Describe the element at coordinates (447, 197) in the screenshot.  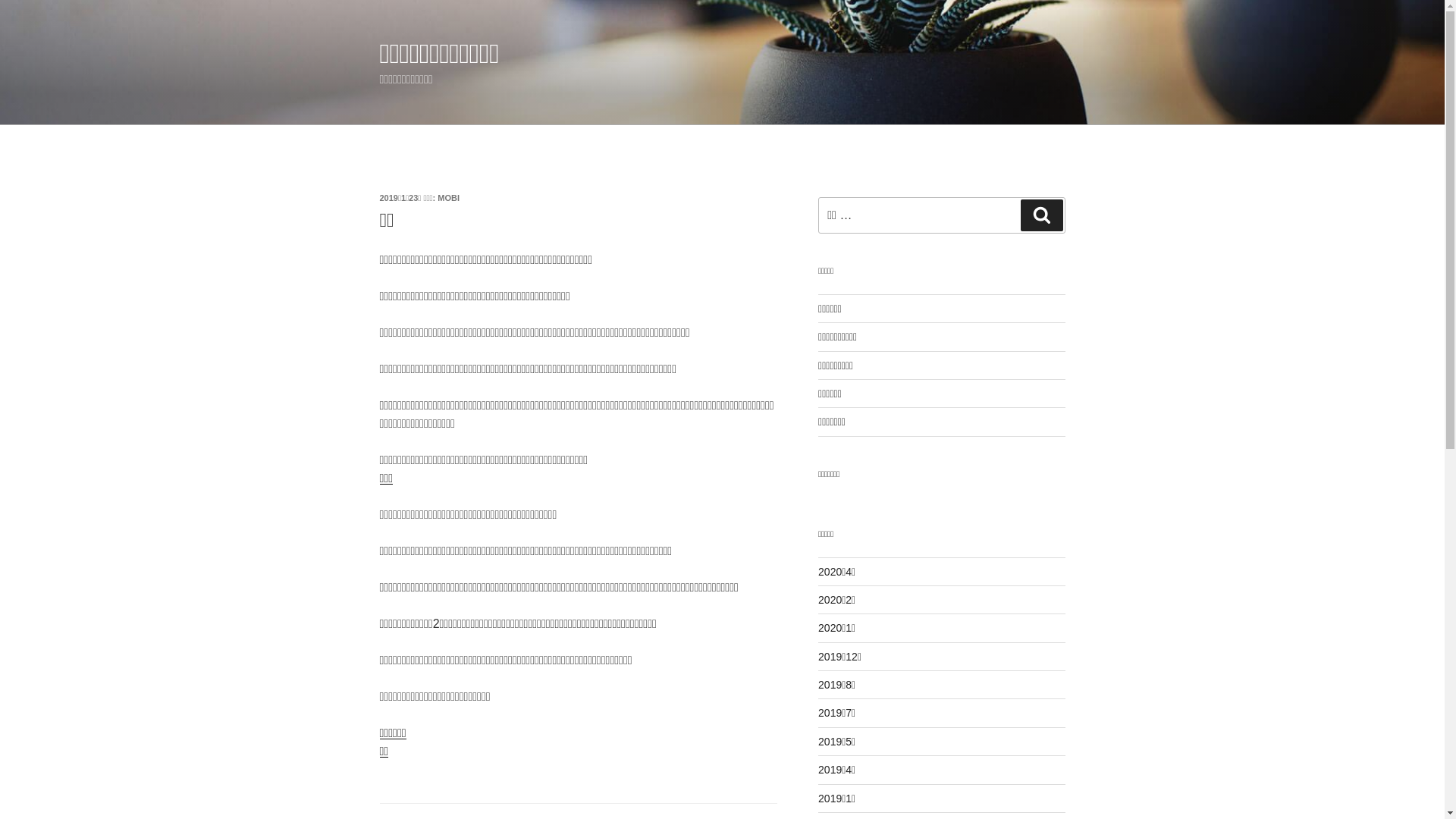
I see `'MOBI'` at that location.